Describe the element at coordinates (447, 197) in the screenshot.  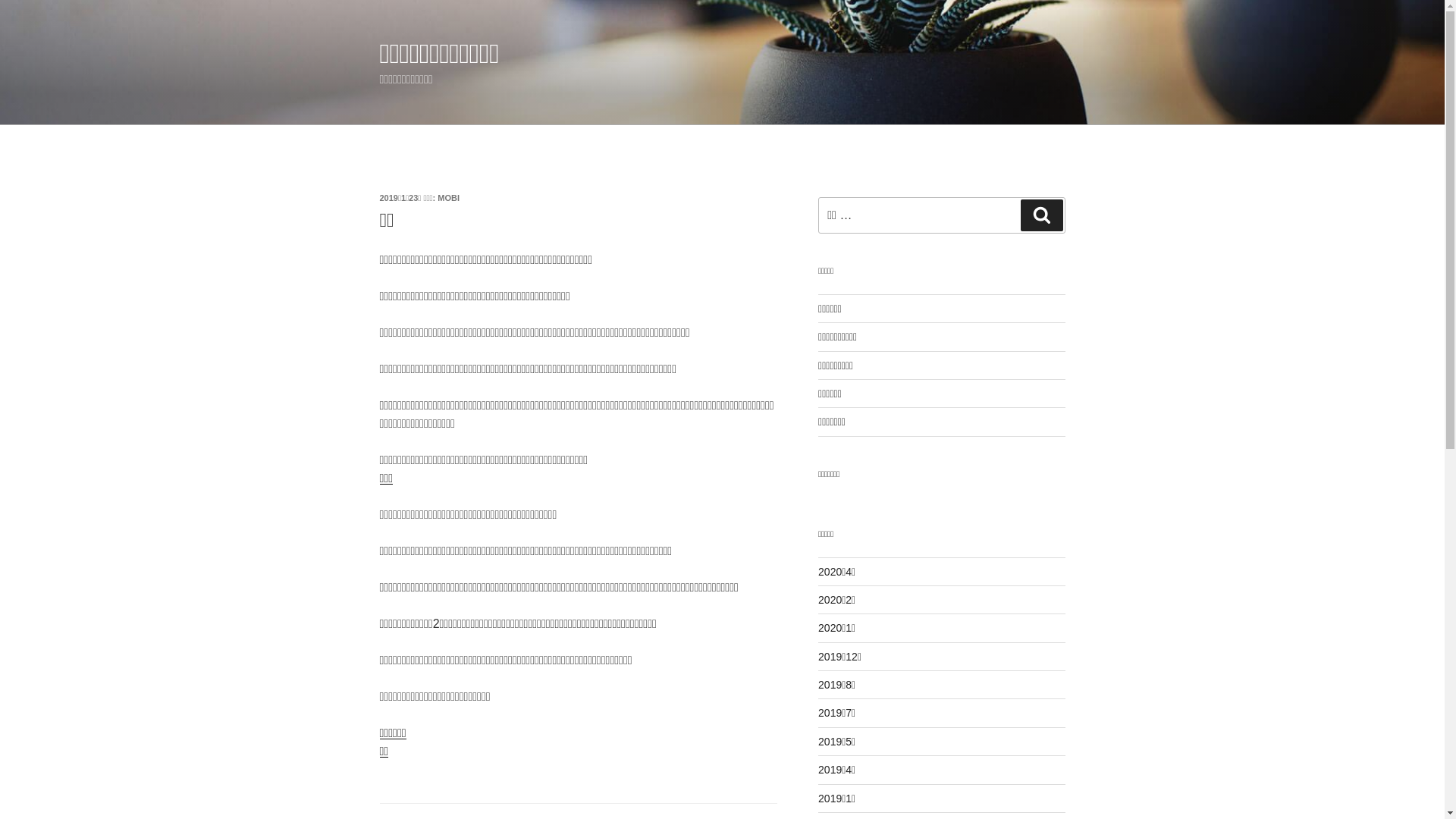
I see `'MOBI'` at that location.